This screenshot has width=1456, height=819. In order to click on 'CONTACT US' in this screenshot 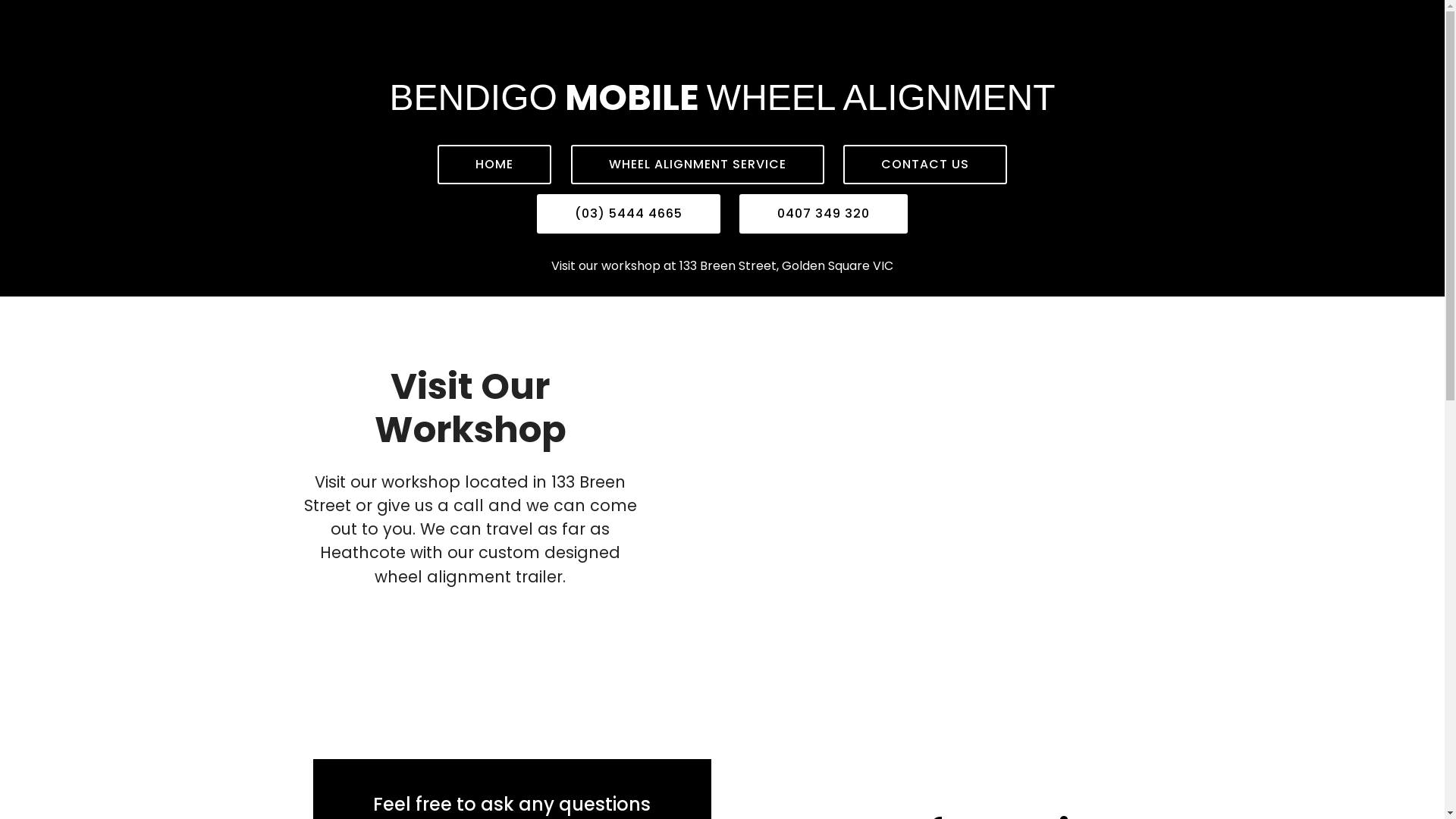, I will do `click(924, 164)`.